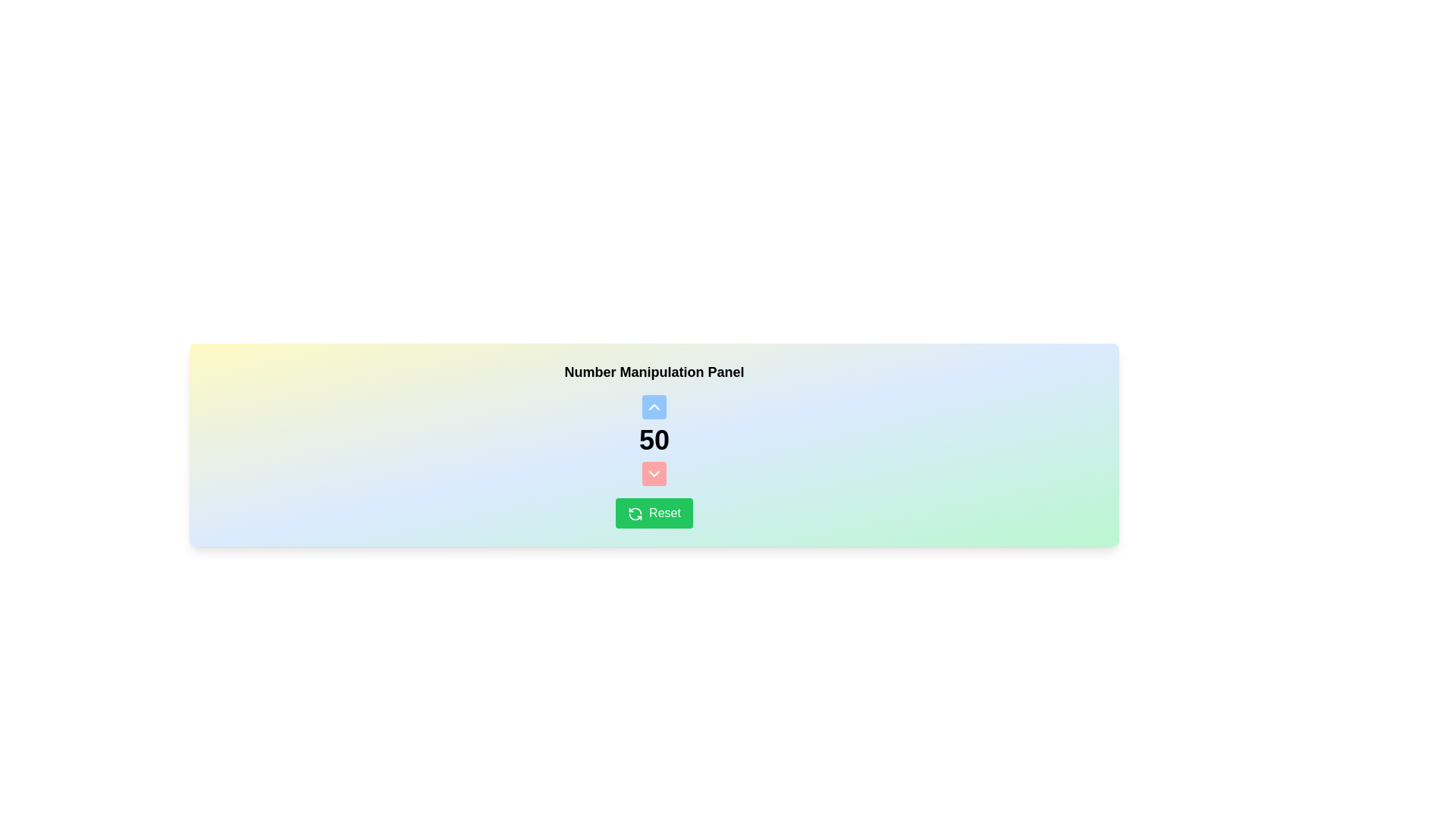  I want to click on the decorative reset icon located within the green 'Reset' button at the bottom-center of the panel, so click(635, 513).